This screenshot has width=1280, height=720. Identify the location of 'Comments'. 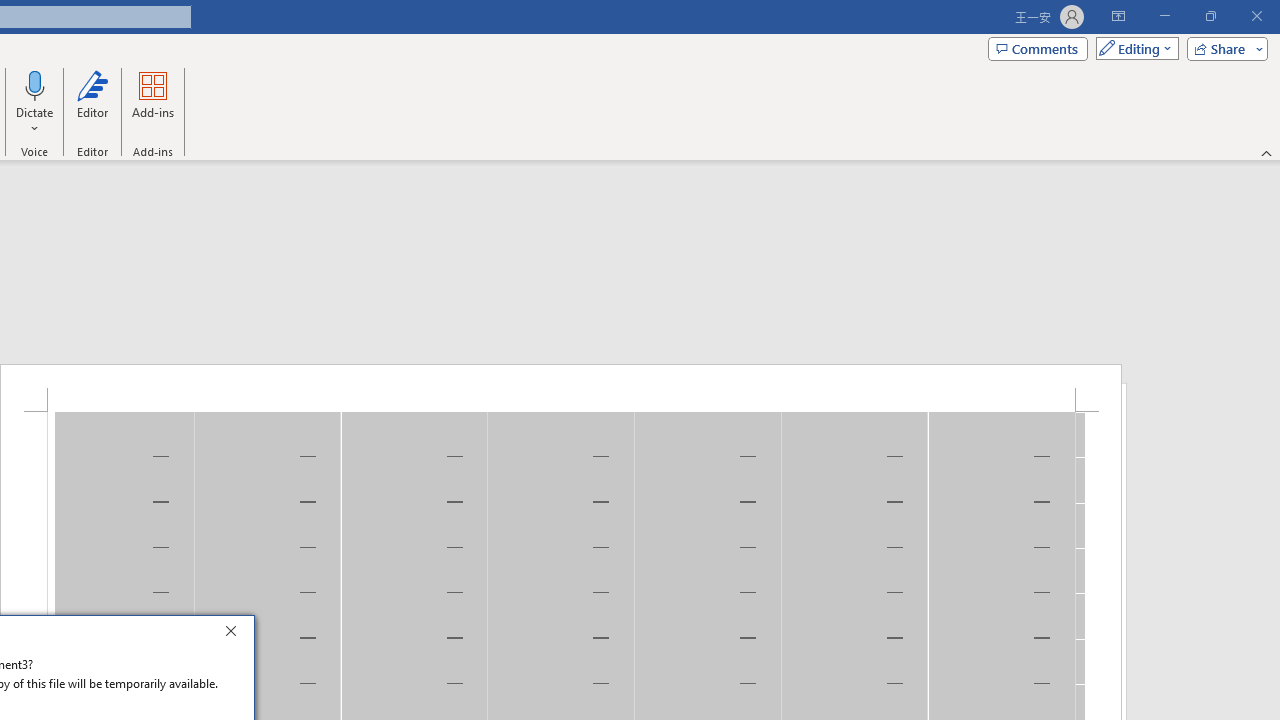
(1038, 47).